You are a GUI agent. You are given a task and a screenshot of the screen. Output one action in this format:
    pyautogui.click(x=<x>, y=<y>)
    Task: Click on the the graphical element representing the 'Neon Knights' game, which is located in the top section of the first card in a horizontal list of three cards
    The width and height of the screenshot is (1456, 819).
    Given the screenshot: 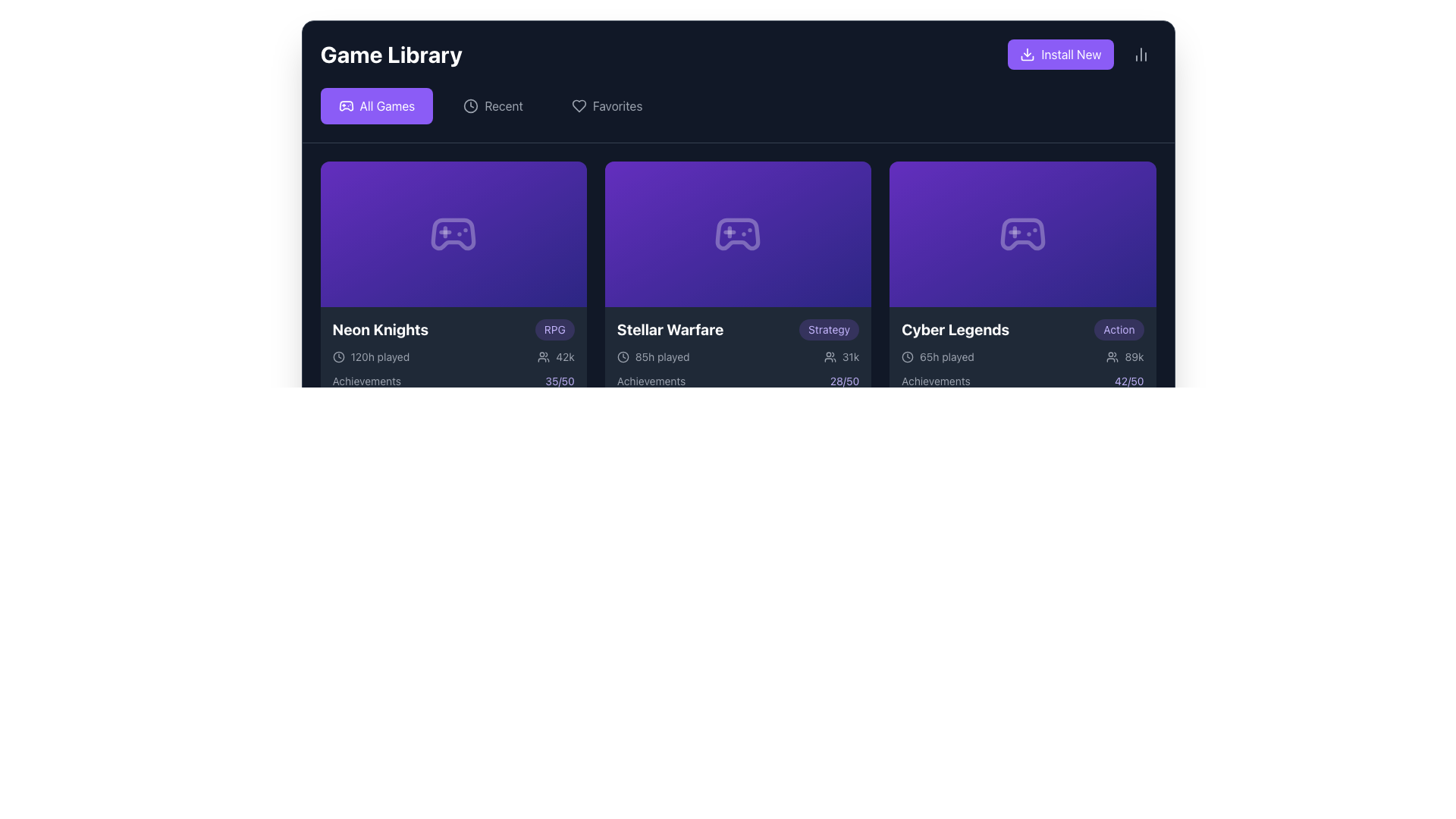 What is the action you would take?
    pyautogui.click(x=453, y=234)
    